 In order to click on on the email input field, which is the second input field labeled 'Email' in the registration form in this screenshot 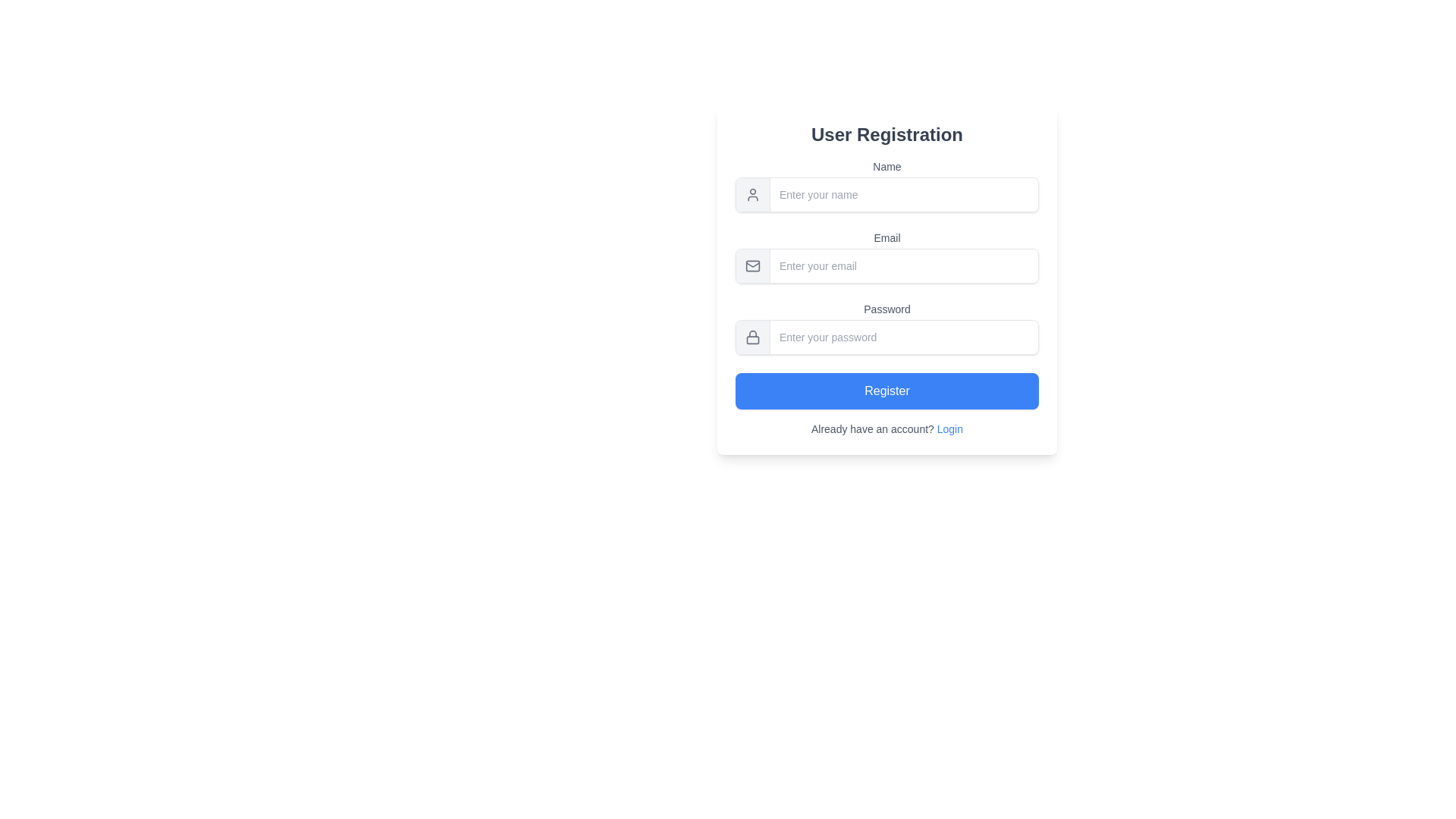, I will do `click(887, 280)`.